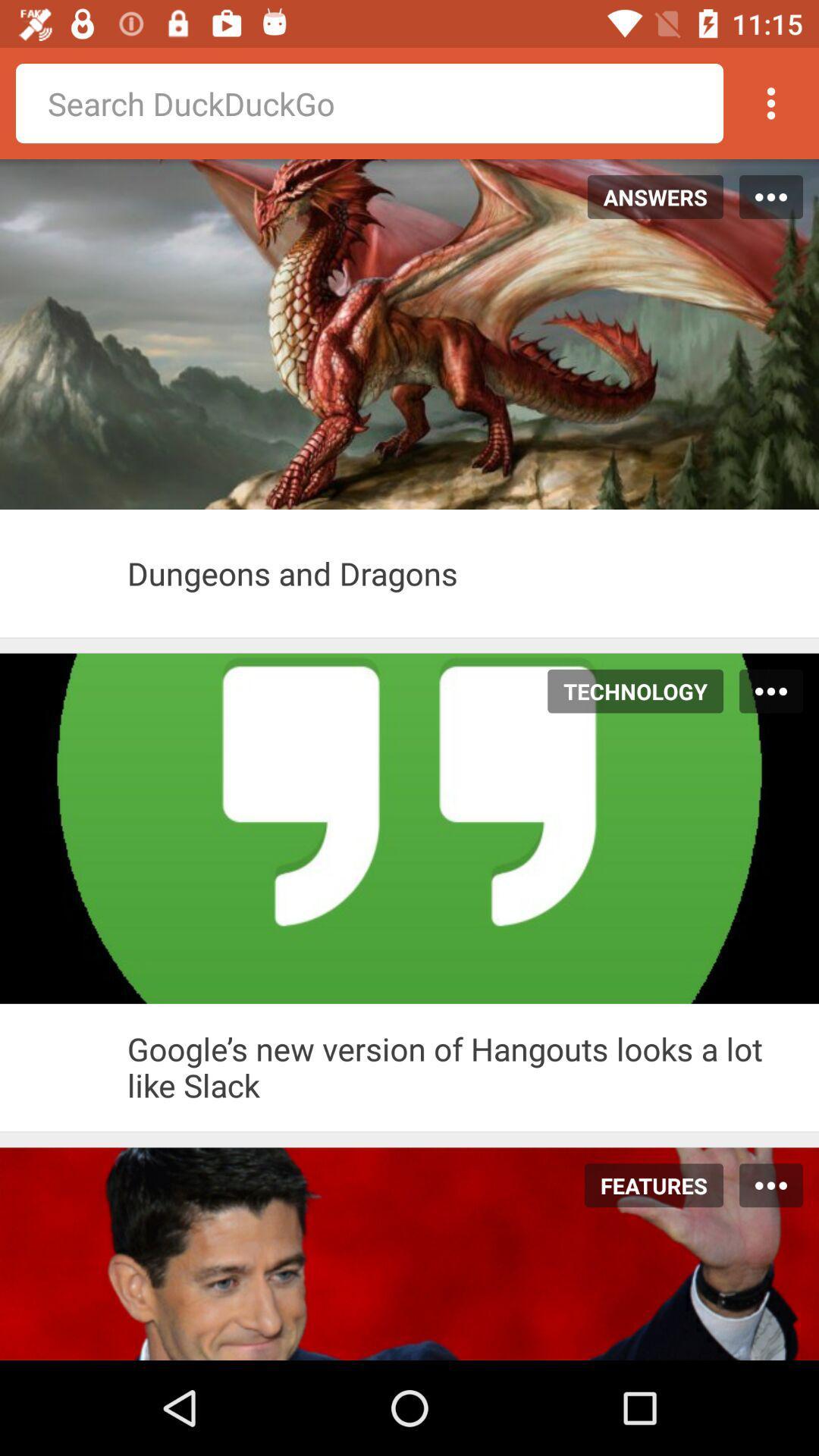 This screenshot has width=819, height=1456. What do you see at coordinates (771, 102) in the screenshot?
I see `the icon at right side of the search bar` at bounding box center [771, 102].